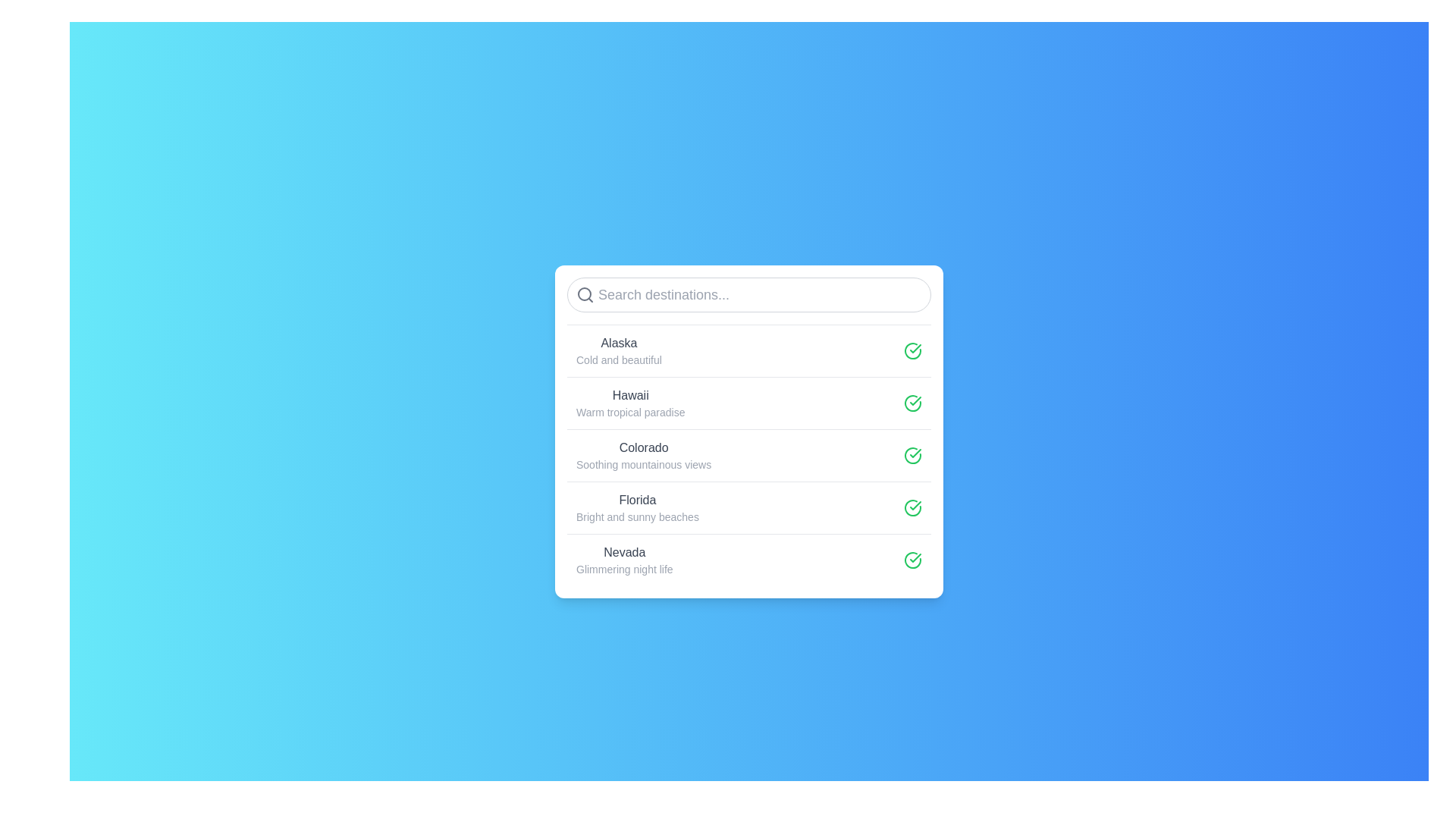 The image size is (1456, 819). Describe the element at coordinates (915, 400) in the screenshot. I see `the green checkmark icon indicating confirmation, located to the right of the 'Hawaii' entry in the list of destinations` at that location.